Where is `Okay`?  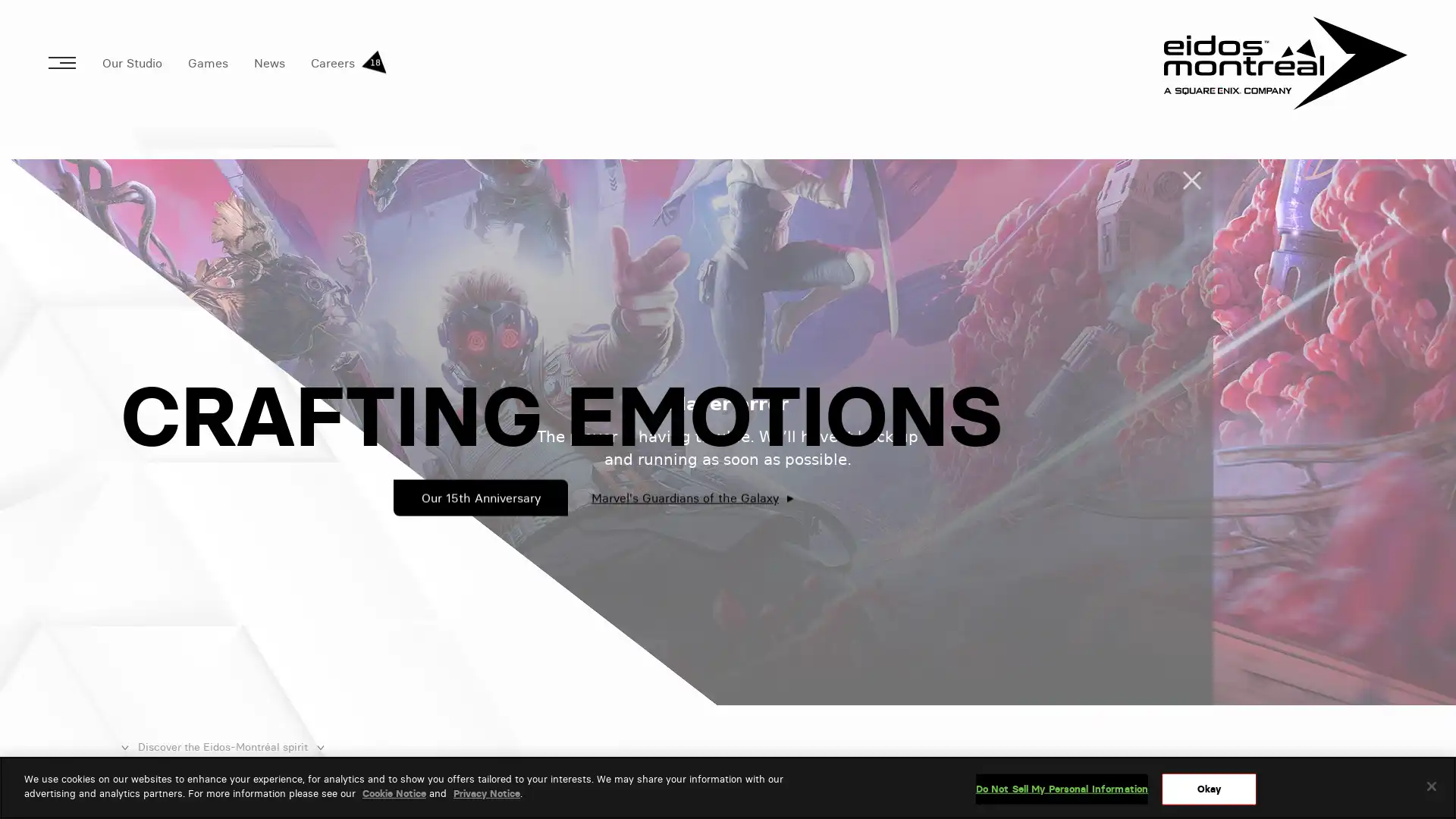 Okay is located at coordinates (1208, 788).